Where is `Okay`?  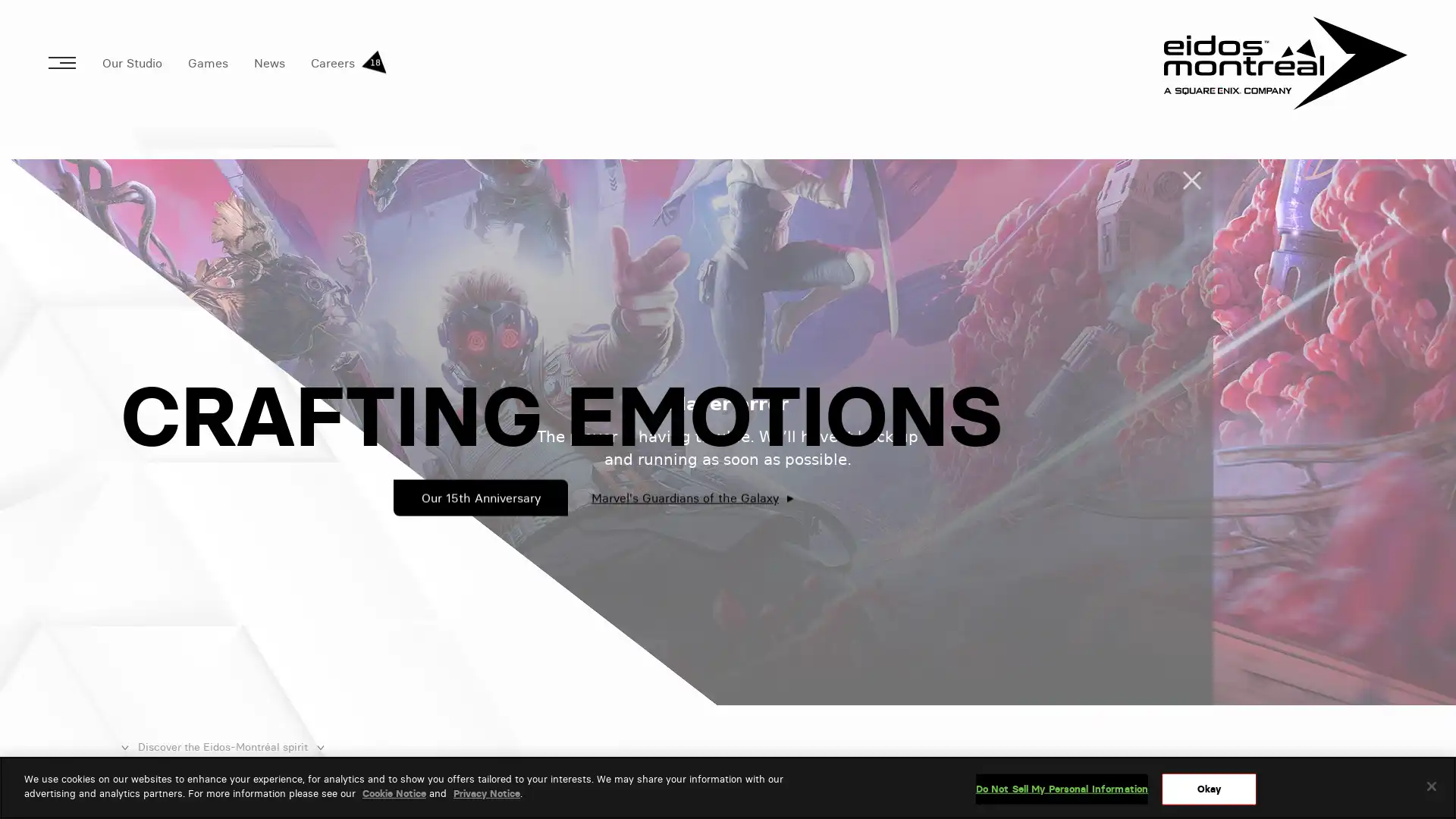 Okay is located at coordinates (1208, 788).